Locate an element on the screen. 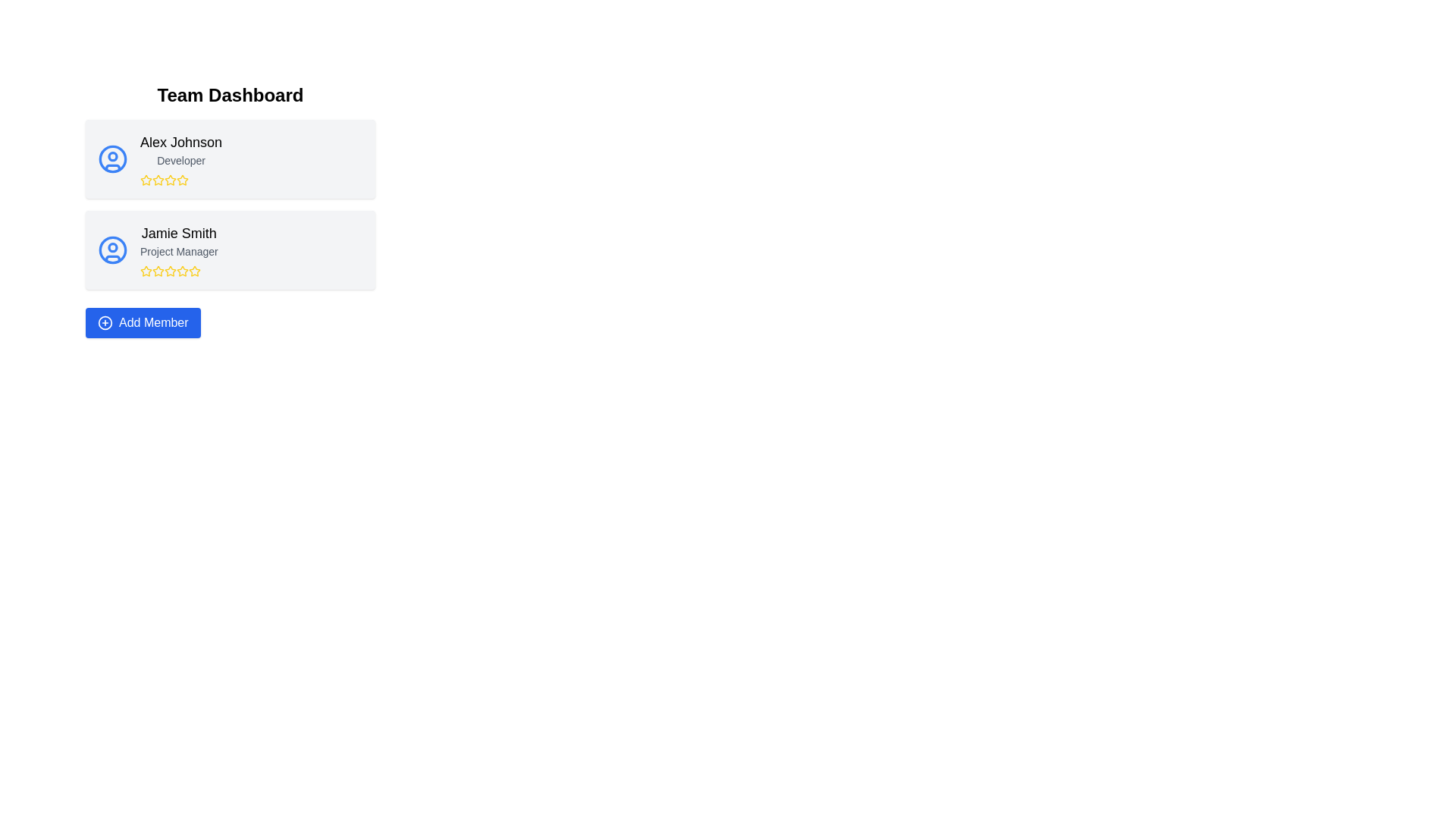 The height and width of the screenshot is (819, 1456). the fourth yellow star rating icon under the profile of 'Alex Johnson' is located at coordinates (171, 180).